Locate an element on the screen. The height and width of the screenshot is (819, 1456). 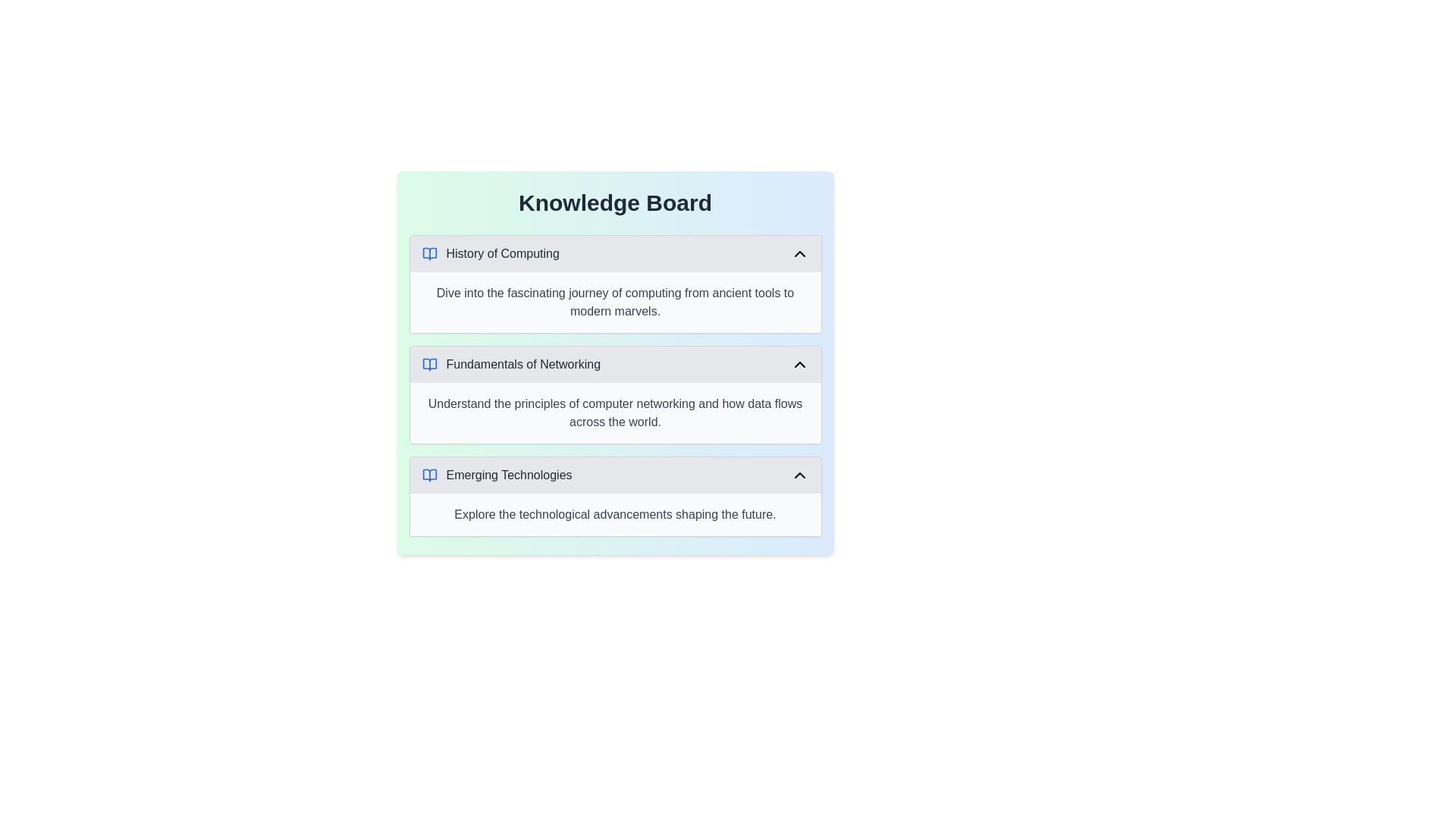
the blue open book icon located to the left of the 'History of Computing' text in the first row of items is located at coordinates (428, 253).